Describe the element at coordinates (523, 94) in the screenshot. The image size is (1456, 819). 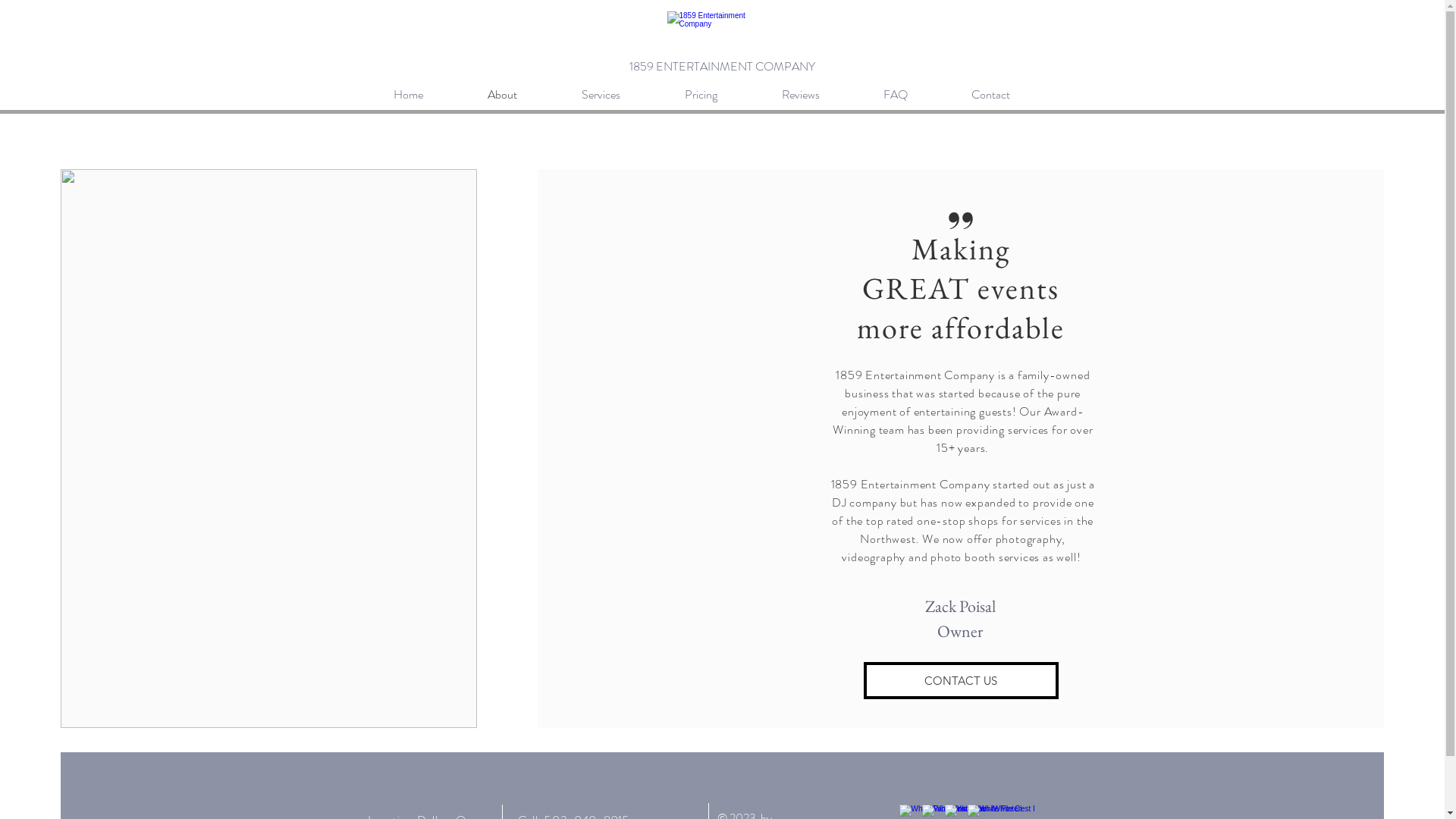
I see `'About'` at that location.